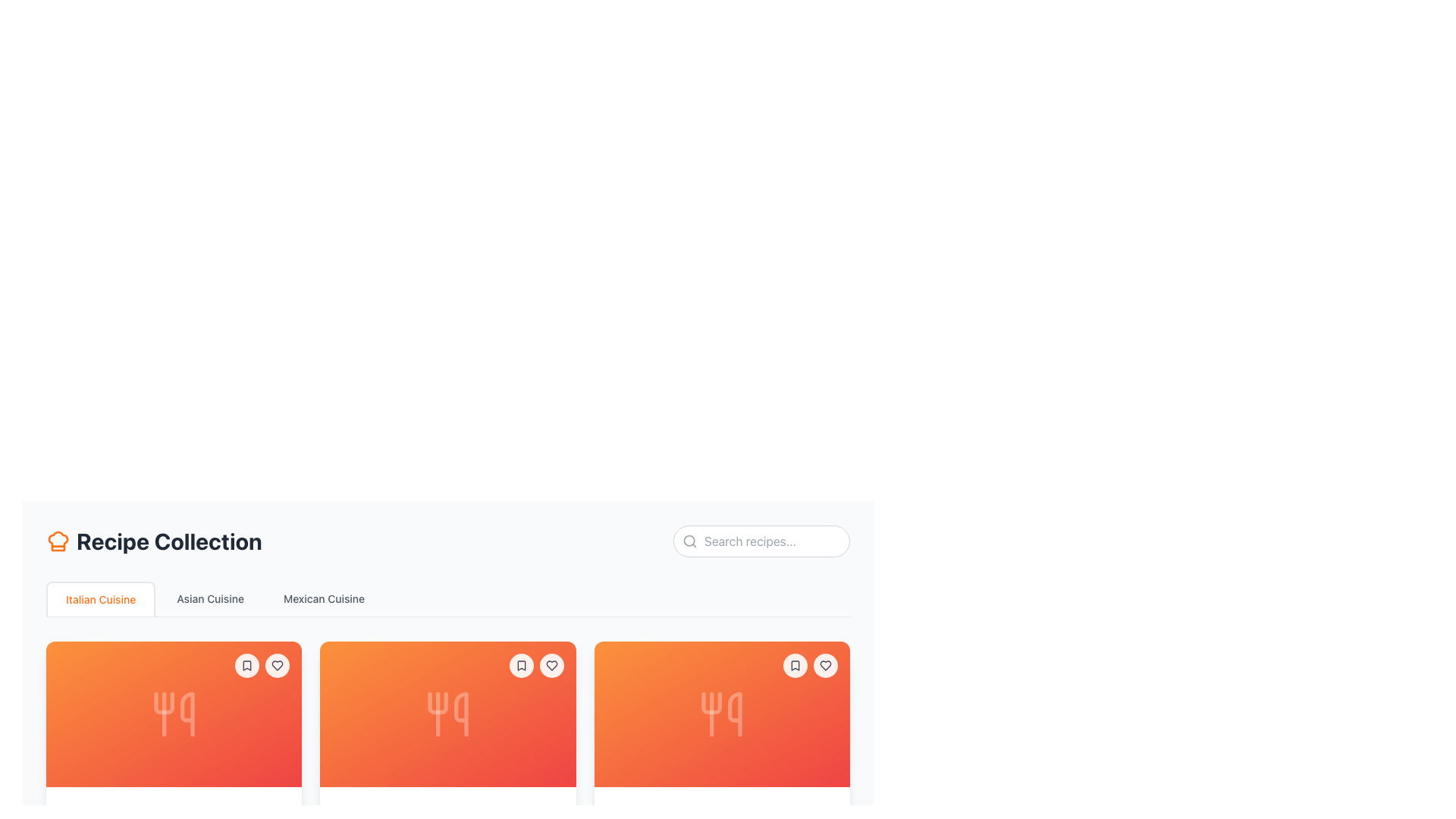 This screenshot has height=819, width=1456. What do you see at coordinates (721, 714) in the screenshot?
I see `the SVG icon resembling utensils (fork and spoon) with rounded edges and slight transparency located at the center of the rightmost card under the 'Recipe Collection' section` at bounding box center [721, 714].